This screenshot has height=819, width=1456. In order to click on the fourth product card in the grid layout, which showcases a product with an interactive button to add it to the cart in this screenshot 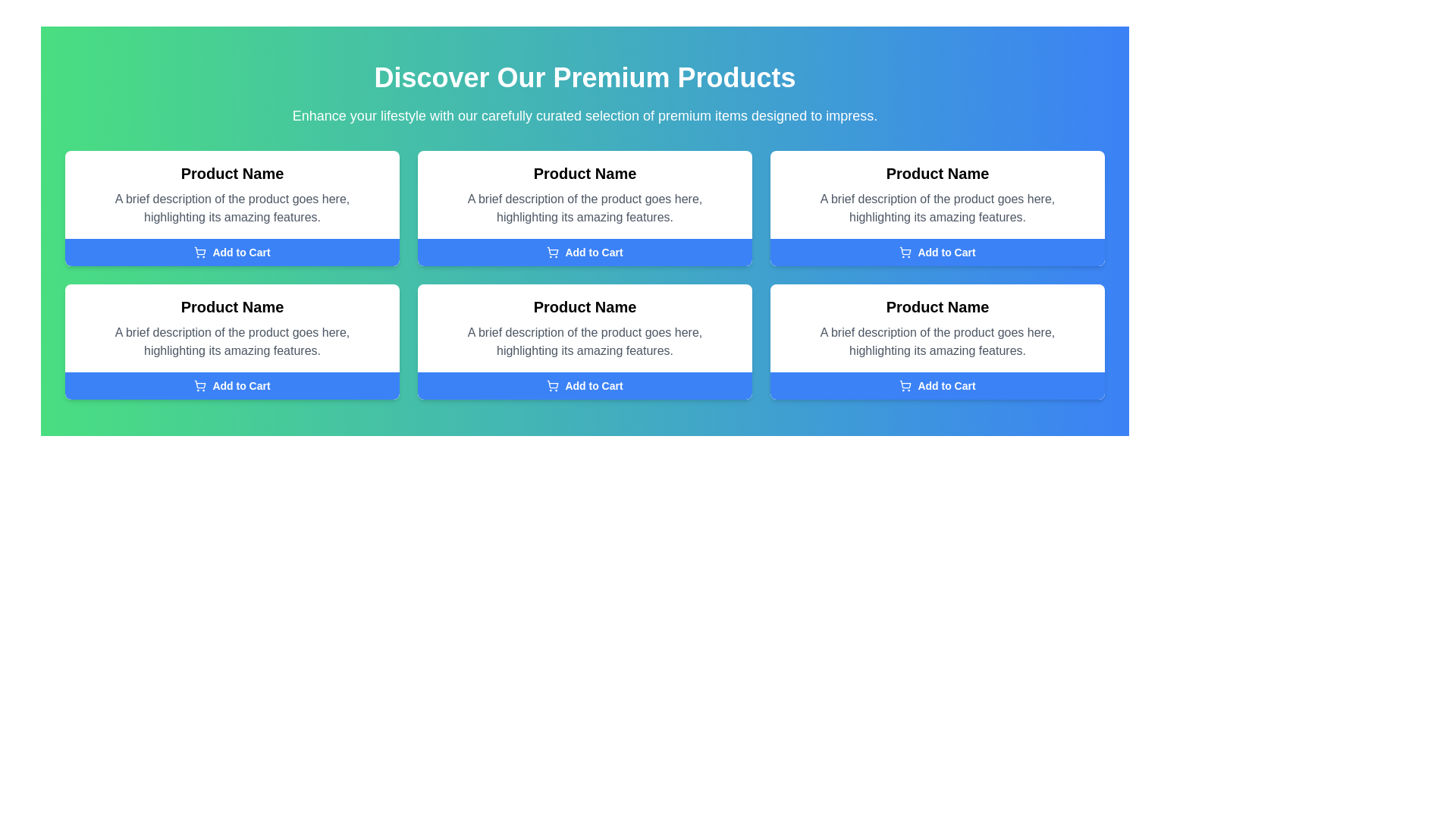, I will do `click(584, 342)`.